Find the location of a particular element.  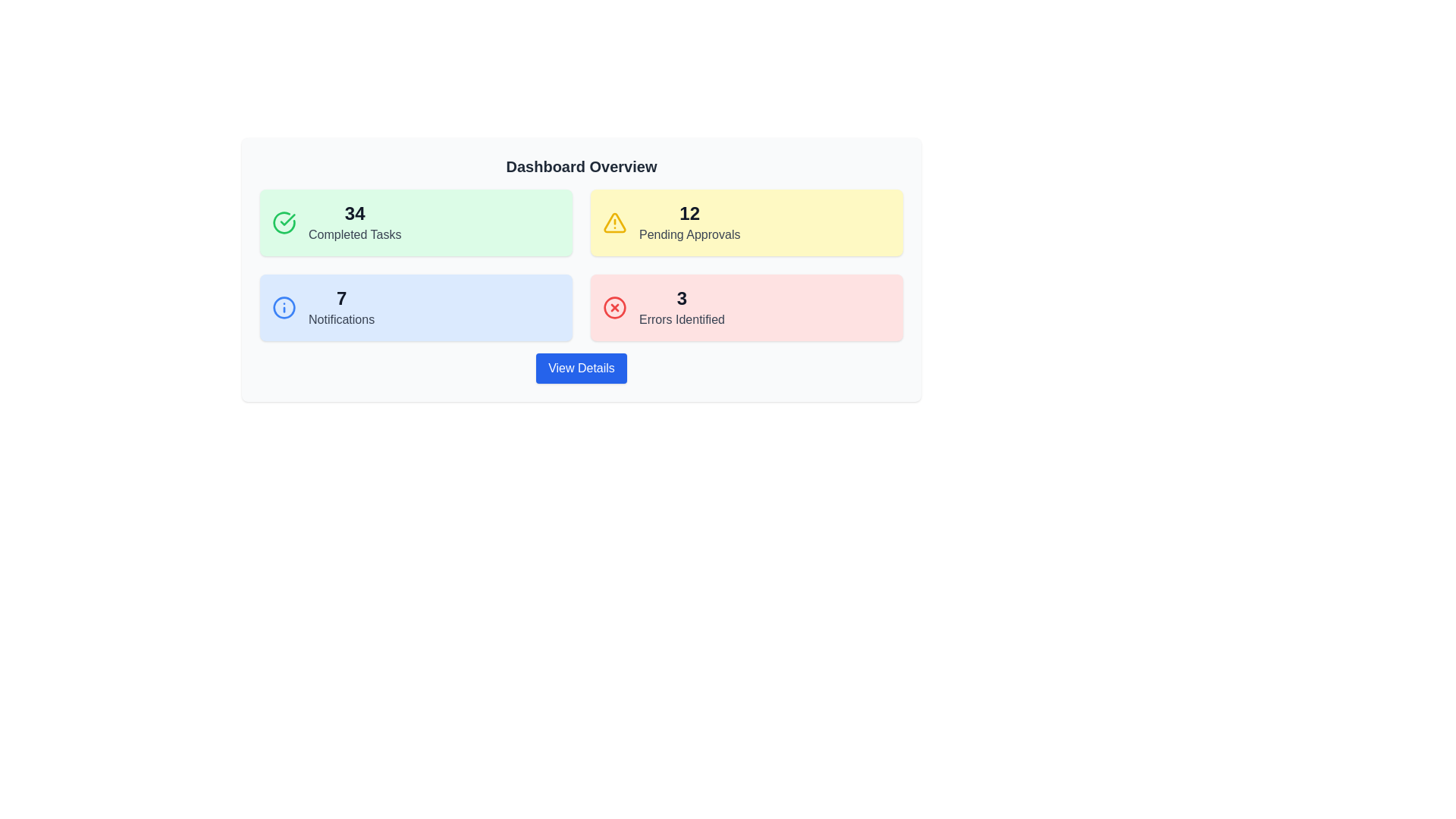

the Text label indicating the number of pending approvals on the rightmost yellow card in the upper row of the dashboard view is located at coordinates (689, 222).